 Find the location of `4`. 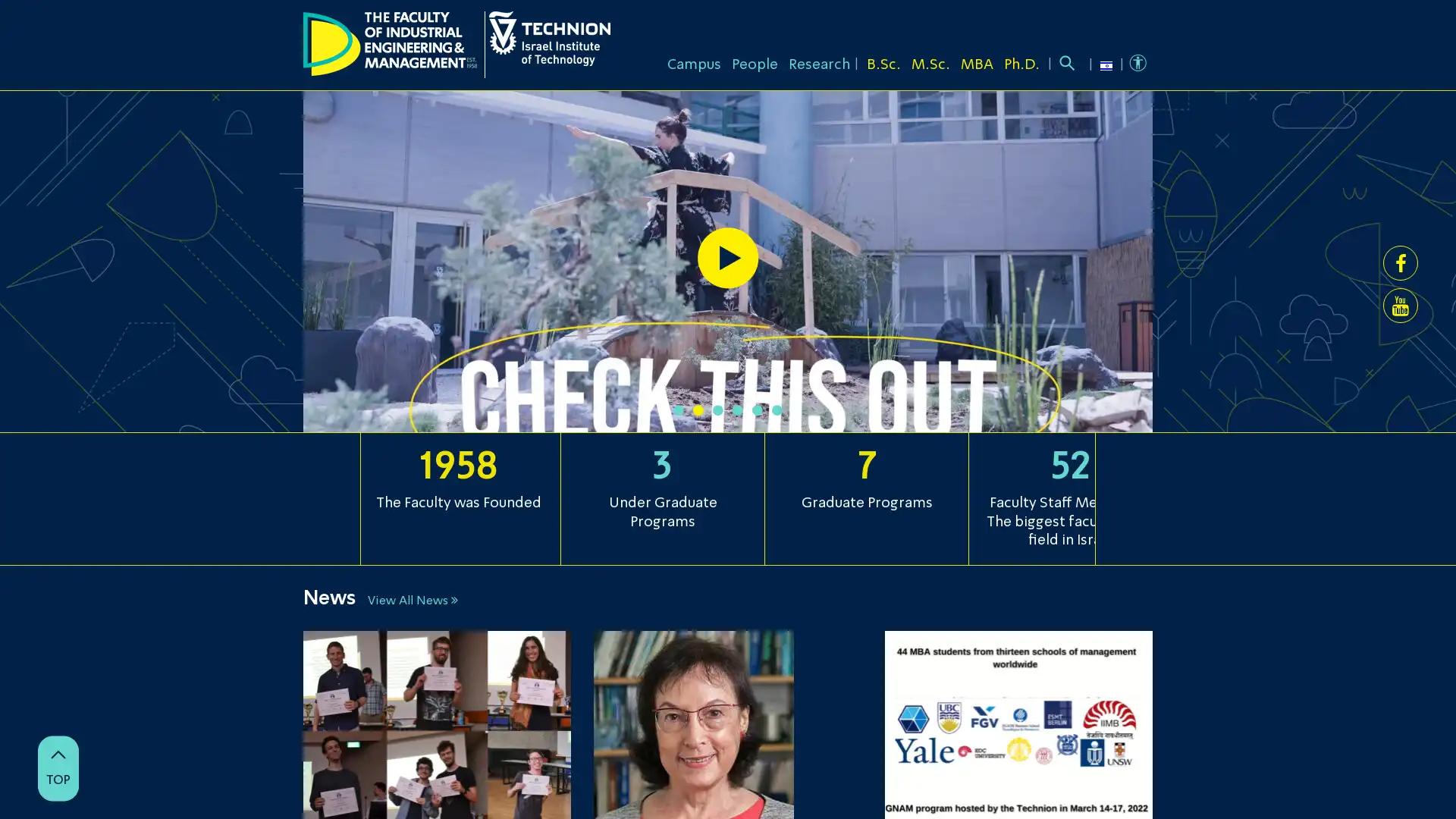

4 is located at coordinates (738, 409).